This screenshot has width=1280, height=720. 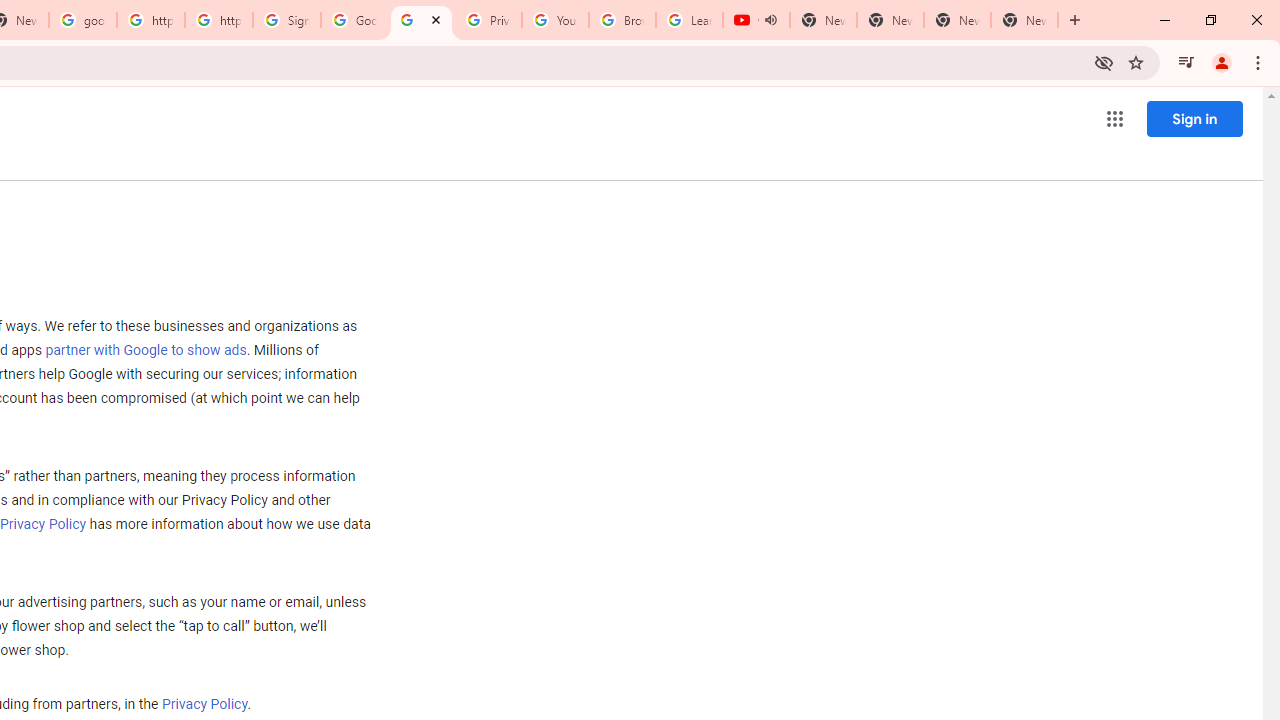 I want to click on 'New Tab', so click(x=1024, y=20).